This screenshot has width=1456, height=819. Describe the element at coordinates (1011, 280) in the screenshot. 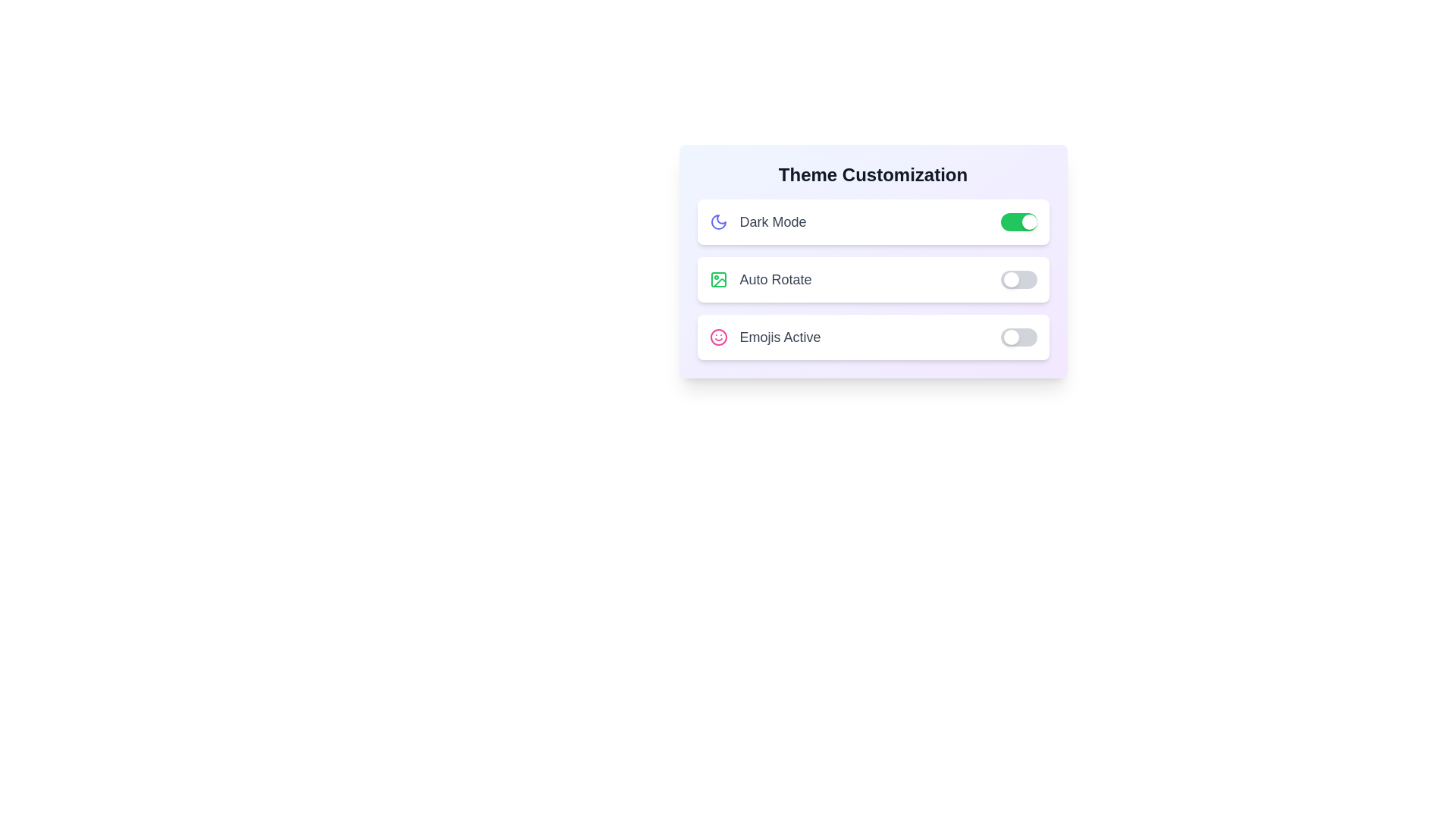

I see `the circular toggle handle of the 'Auto Rotate' toggle switch` at that location.